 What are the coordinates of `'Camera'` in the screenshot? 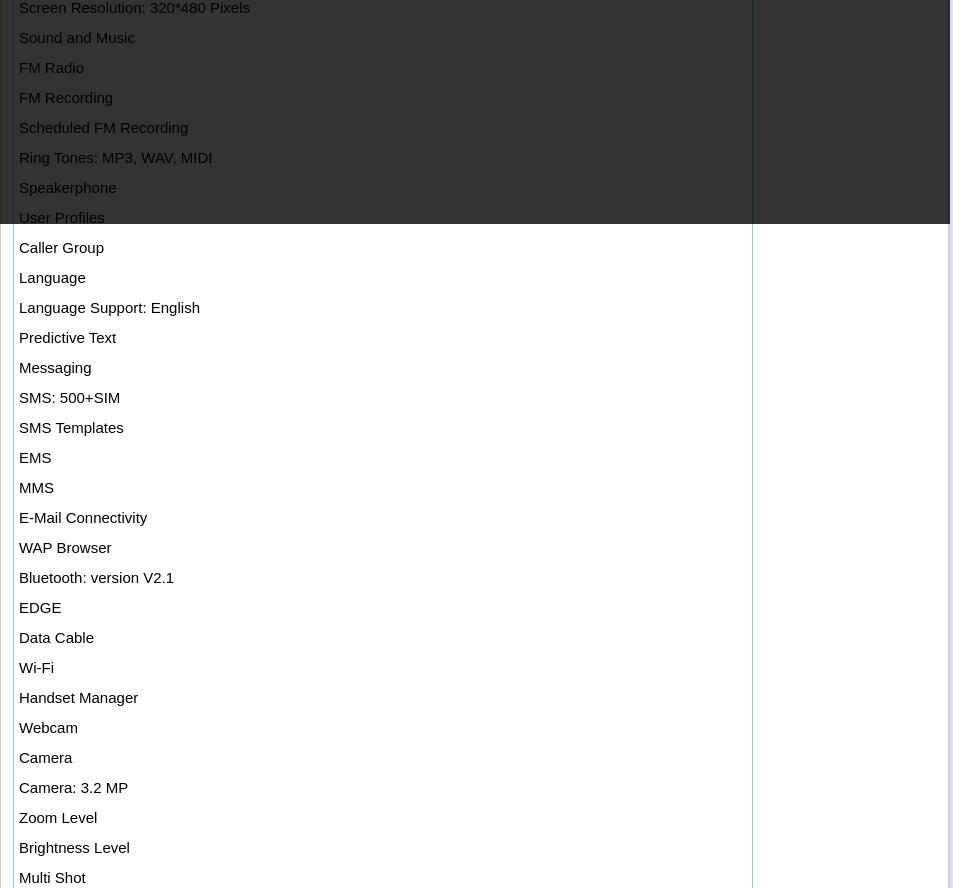 It's located at (44, 756).